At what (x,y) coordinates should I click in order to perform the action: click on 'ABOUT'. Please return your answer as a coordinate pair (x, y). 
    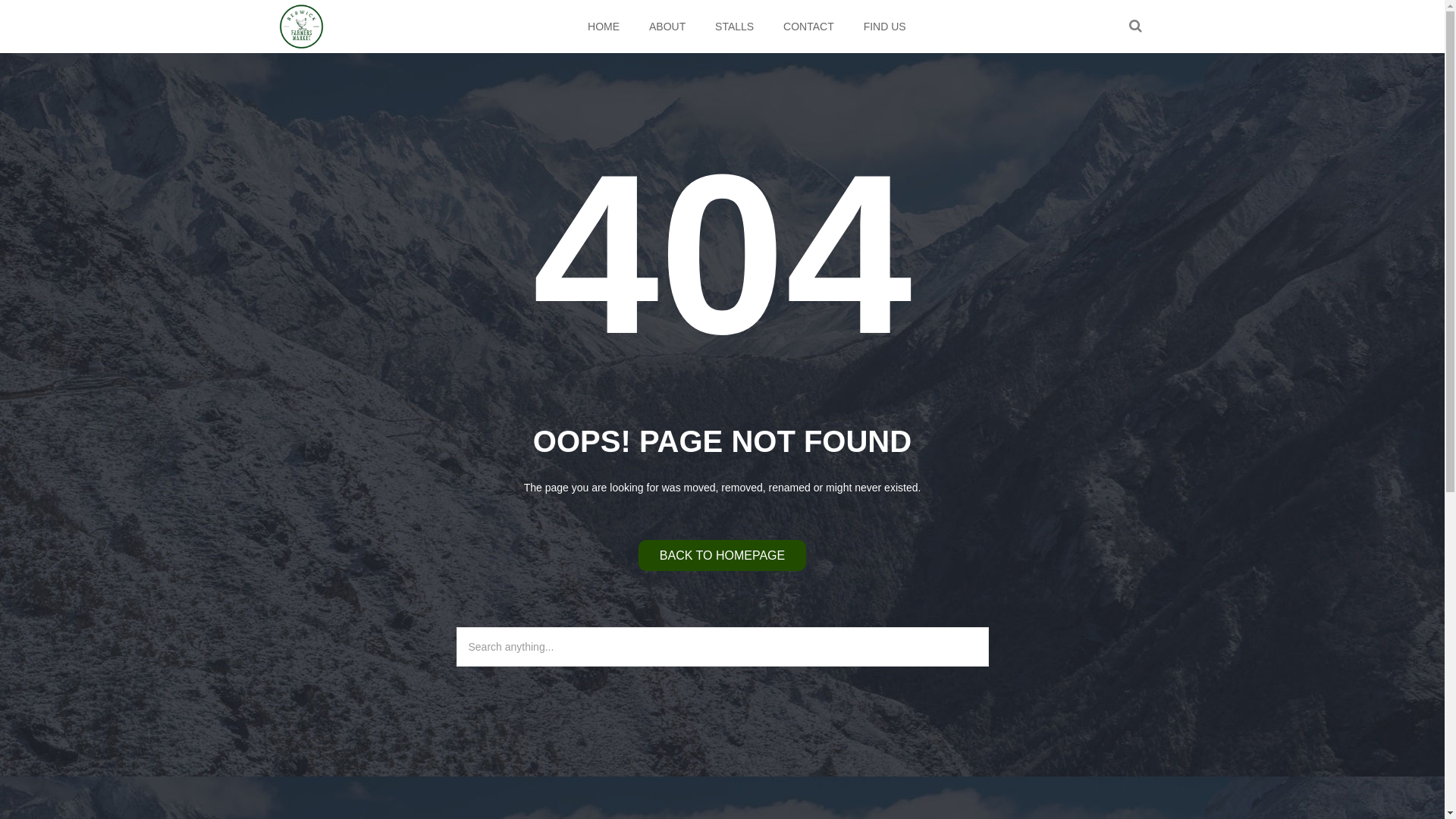
    Looking at the image, I should click on (667, 26).